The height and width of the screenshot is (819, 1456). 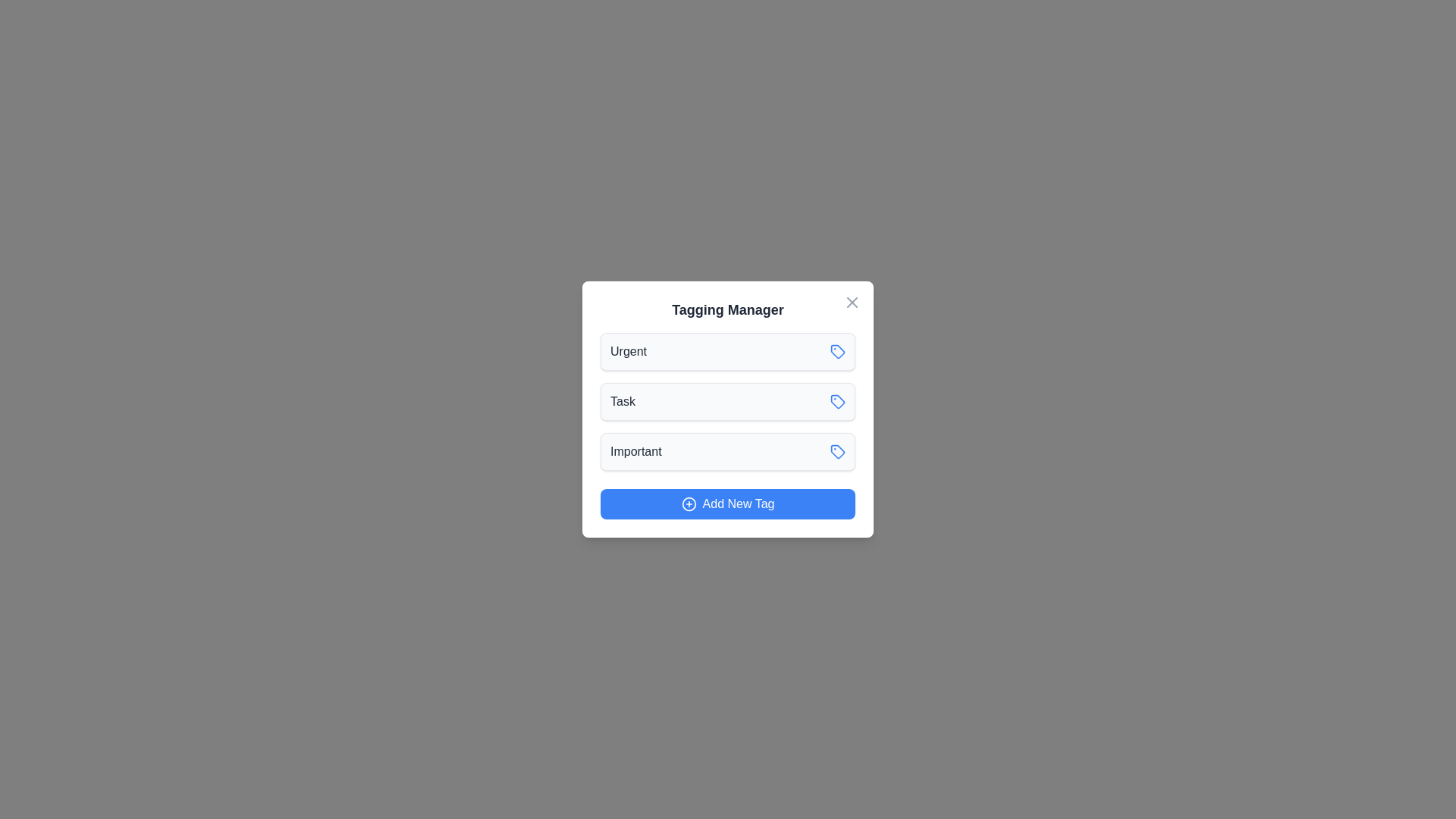 I want to click on the close button located at the top-right corner of the dialog, so click(x=852, y=302).